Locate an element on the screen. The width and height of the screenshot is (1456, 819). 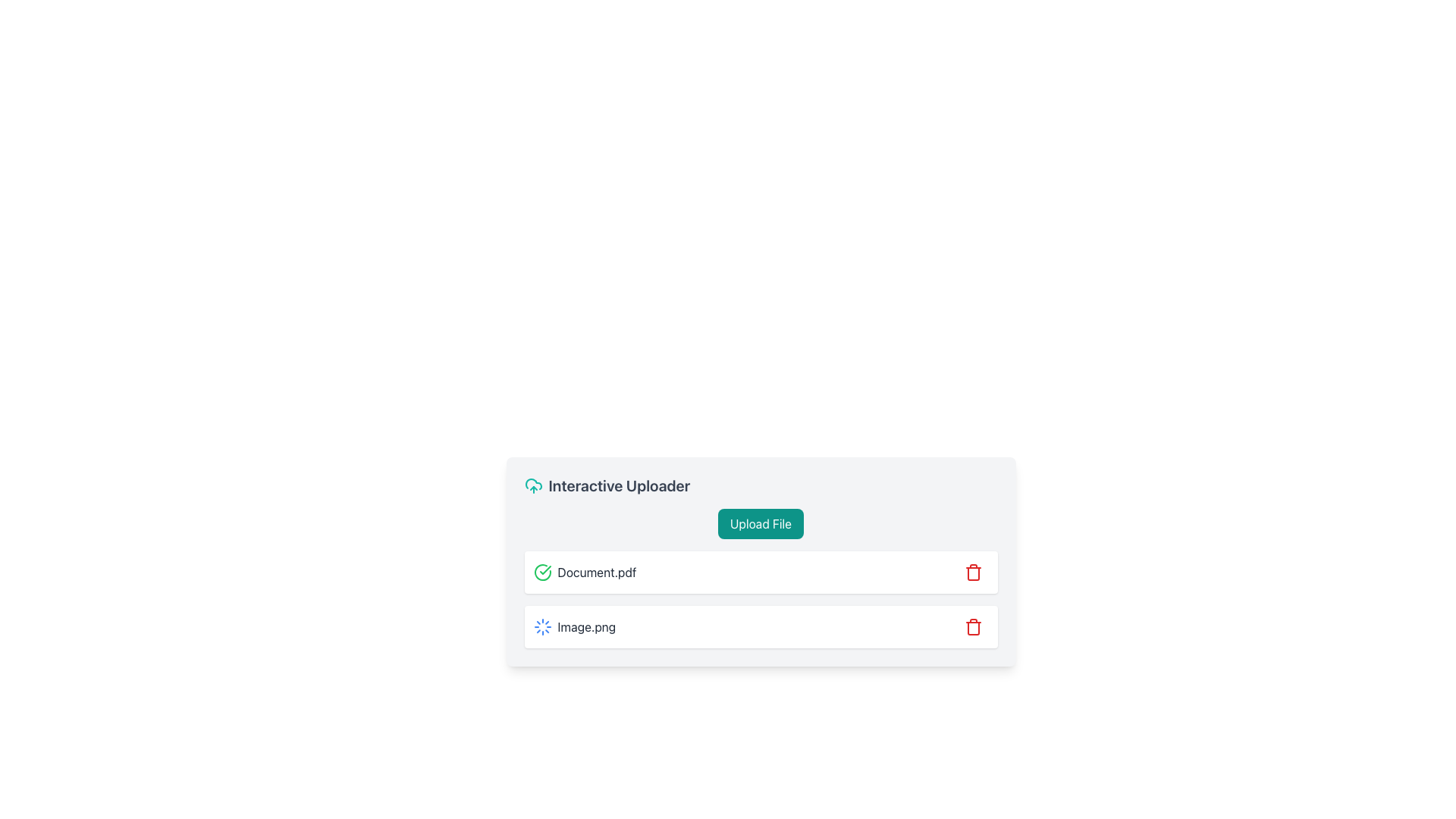
the circular green icon with a checkmark located to the left of the text label 'Document.pdf' in the uploaded files list is located at coordinates (542, 573).